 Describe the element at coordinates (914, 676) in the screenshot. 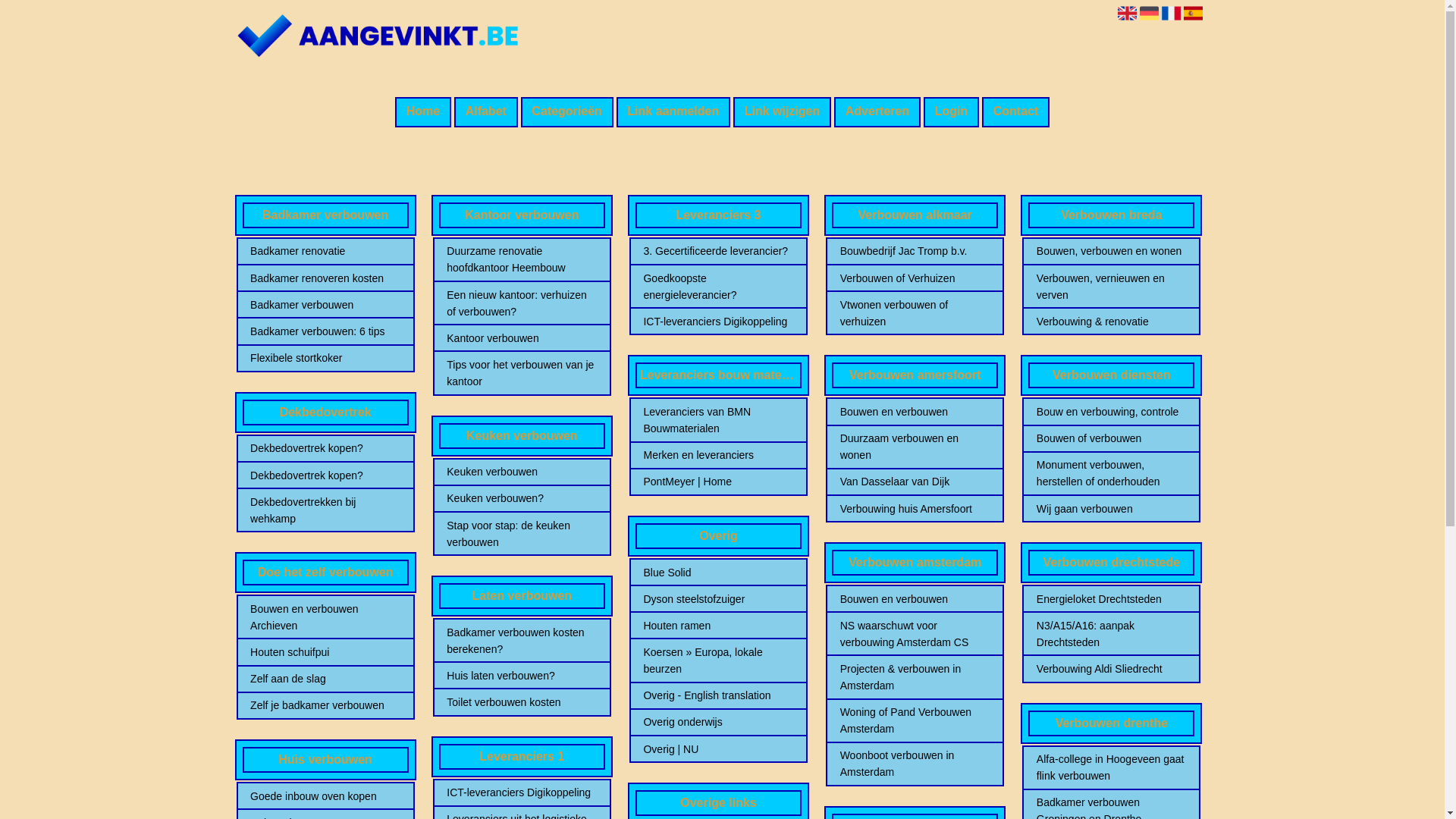

I see `'Projecten & verbouwen in Amsterdam'` at that location.